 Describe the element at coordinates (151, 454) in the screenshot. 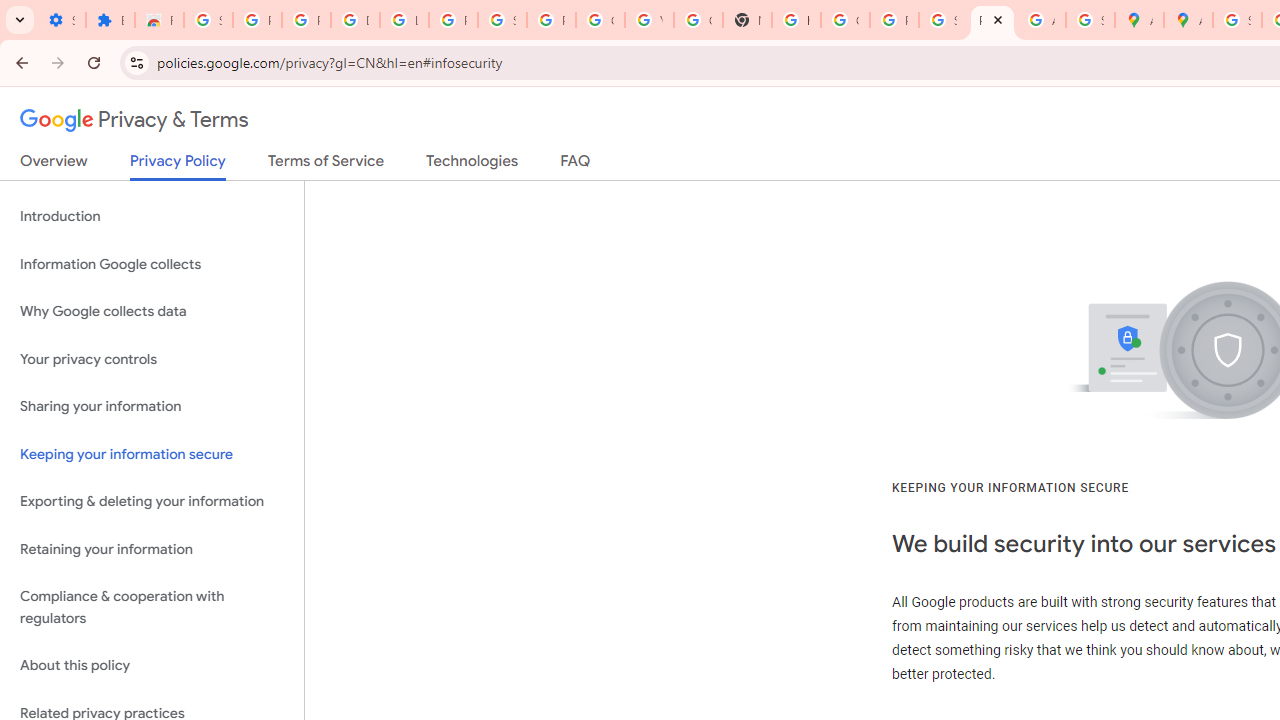

I see `'Keeping your information secure'` at that location.